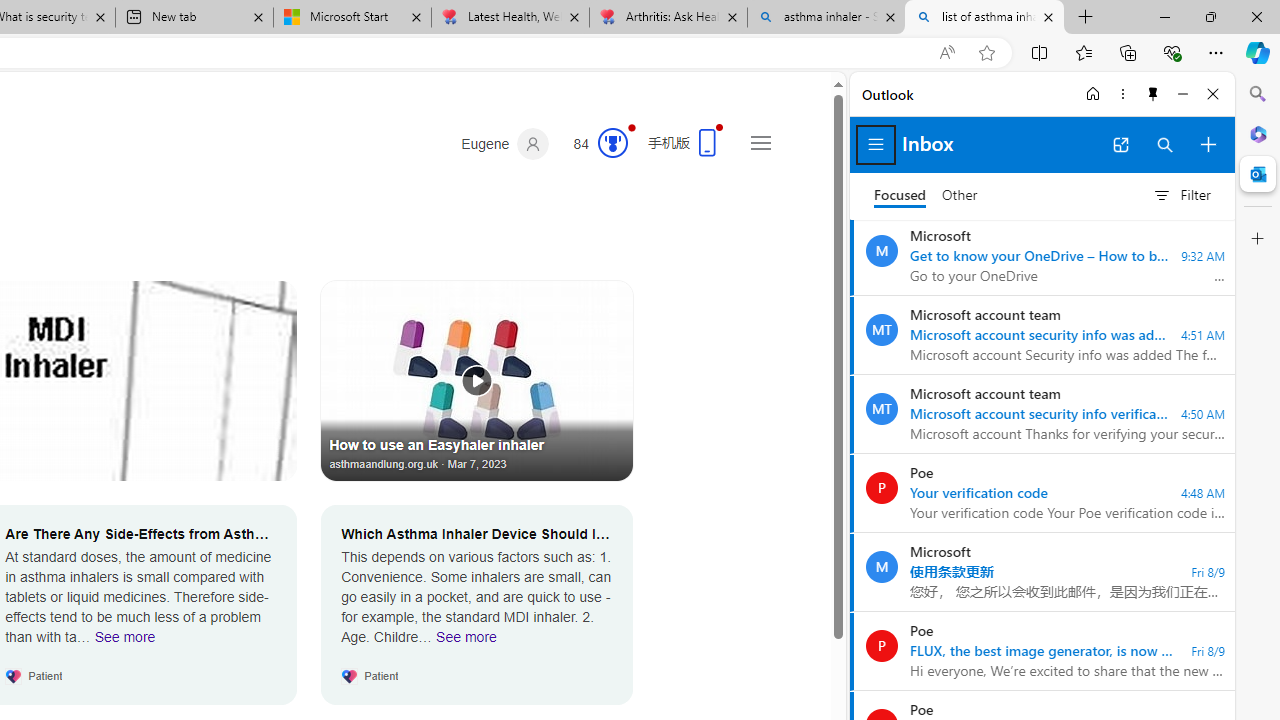 This screenshot has height=720, width=1280. Describe the element at coordinates (476, 380) in the screenshot. I see `'How to use an Easyhaler inhaler'` at that location.